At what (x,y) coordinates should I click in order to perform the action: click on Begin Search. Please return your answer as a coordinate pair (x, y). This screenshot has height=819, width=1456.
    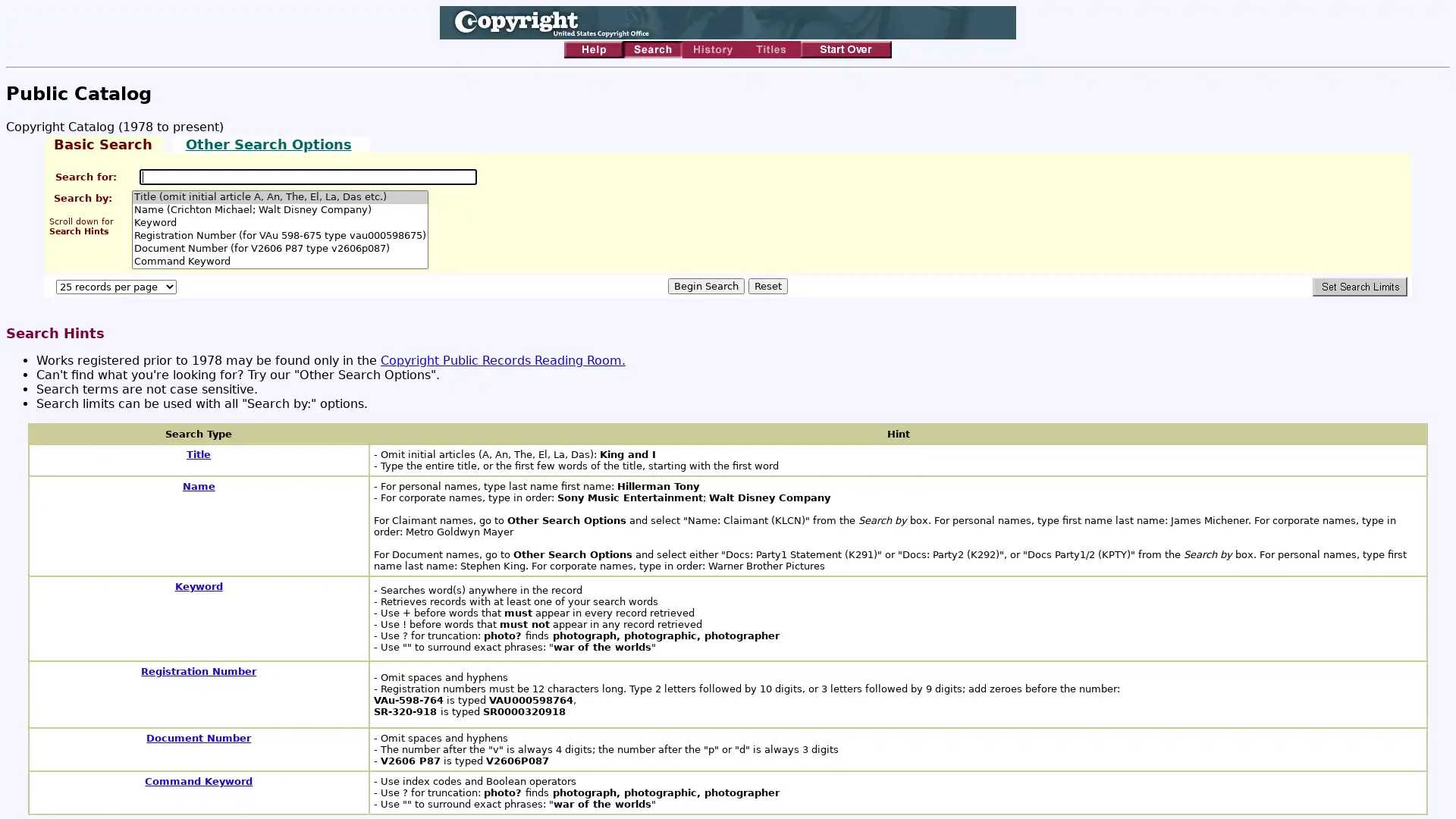
    Looking at the image, I should click on (704, 286).